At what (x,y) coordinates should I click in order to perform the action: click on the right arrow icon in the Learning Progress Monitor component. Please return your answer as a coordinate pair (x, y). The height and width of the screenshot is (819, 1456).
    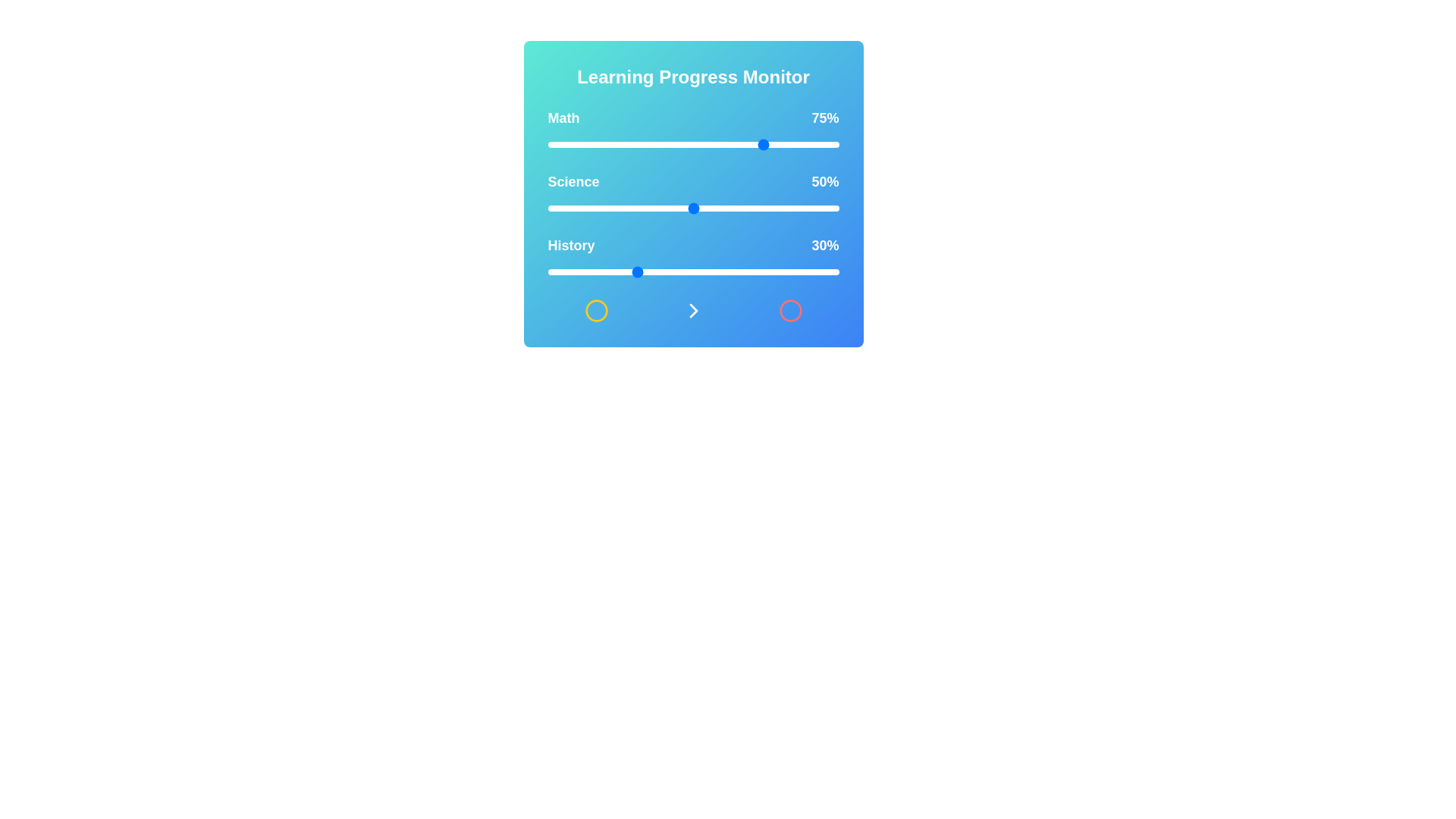
    Looking at the image, I should click on (692, 309).